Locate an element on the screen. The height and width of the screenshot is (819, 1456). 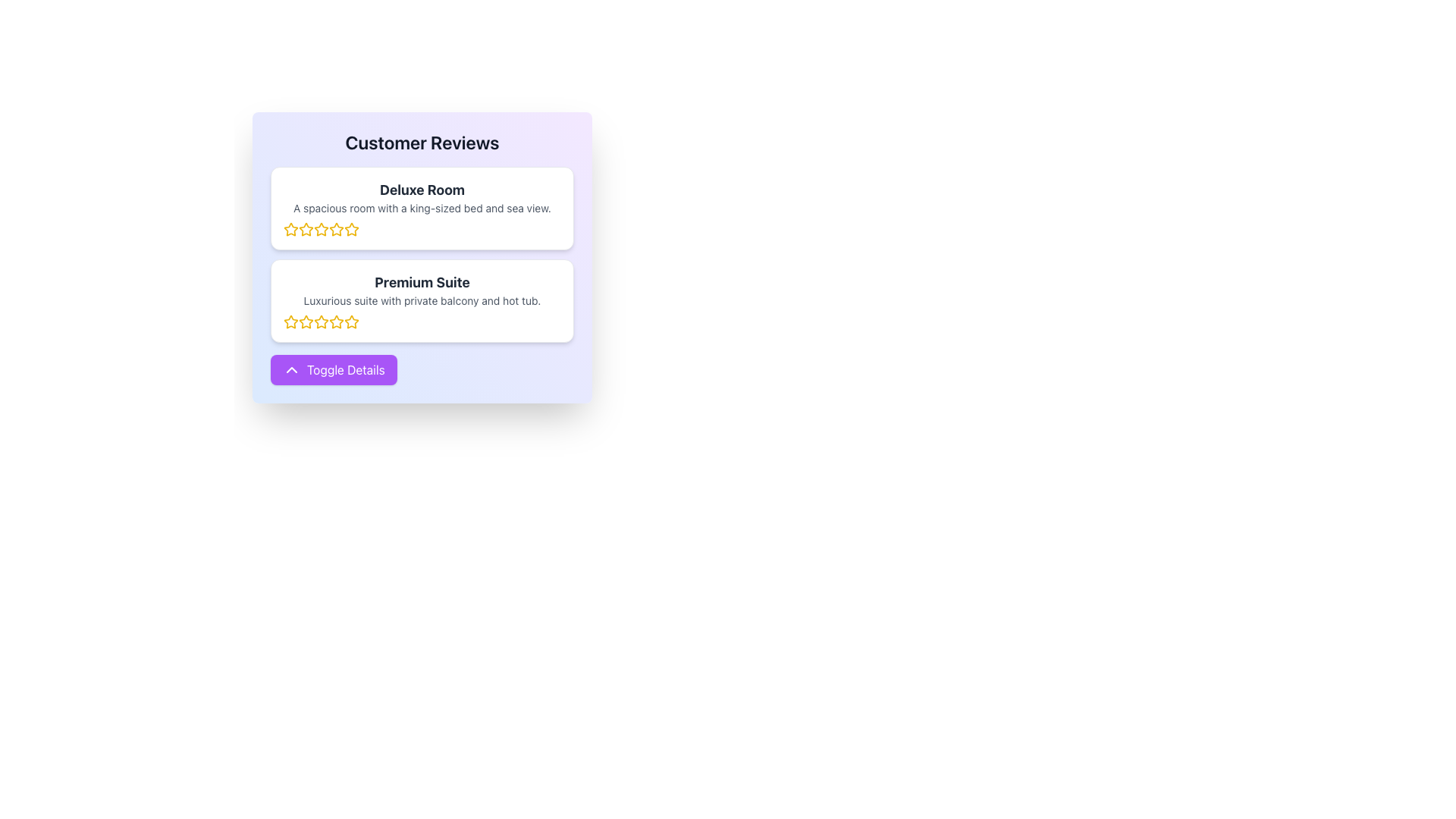
the first star icon in the rating system under the 'Premium Suite' description to indicate a rating is located at coordinates (291, 321).